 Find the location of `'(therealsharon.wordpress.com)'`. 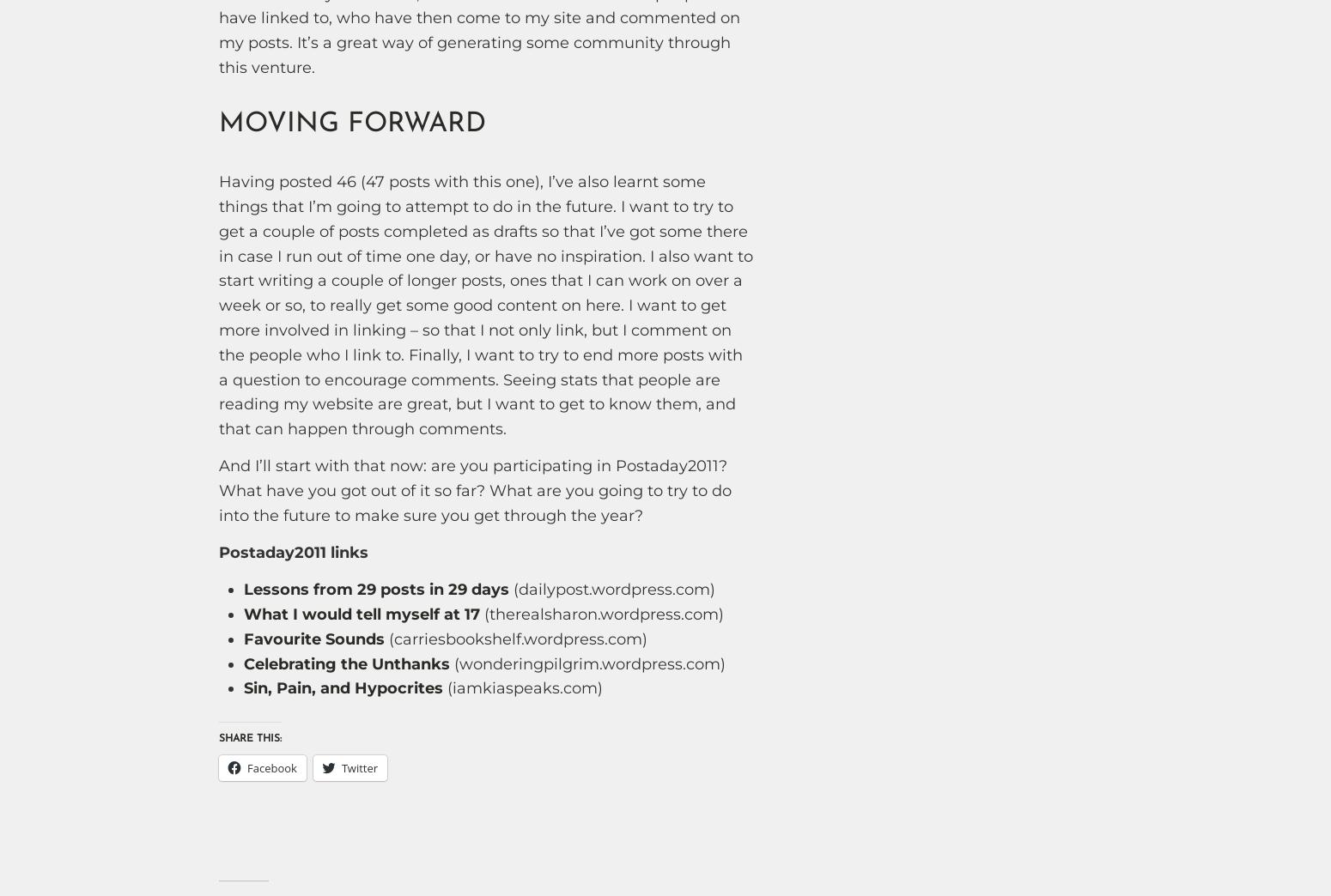

'(therealsharon.wordpress.com)' is located at coordinates (600, 613).